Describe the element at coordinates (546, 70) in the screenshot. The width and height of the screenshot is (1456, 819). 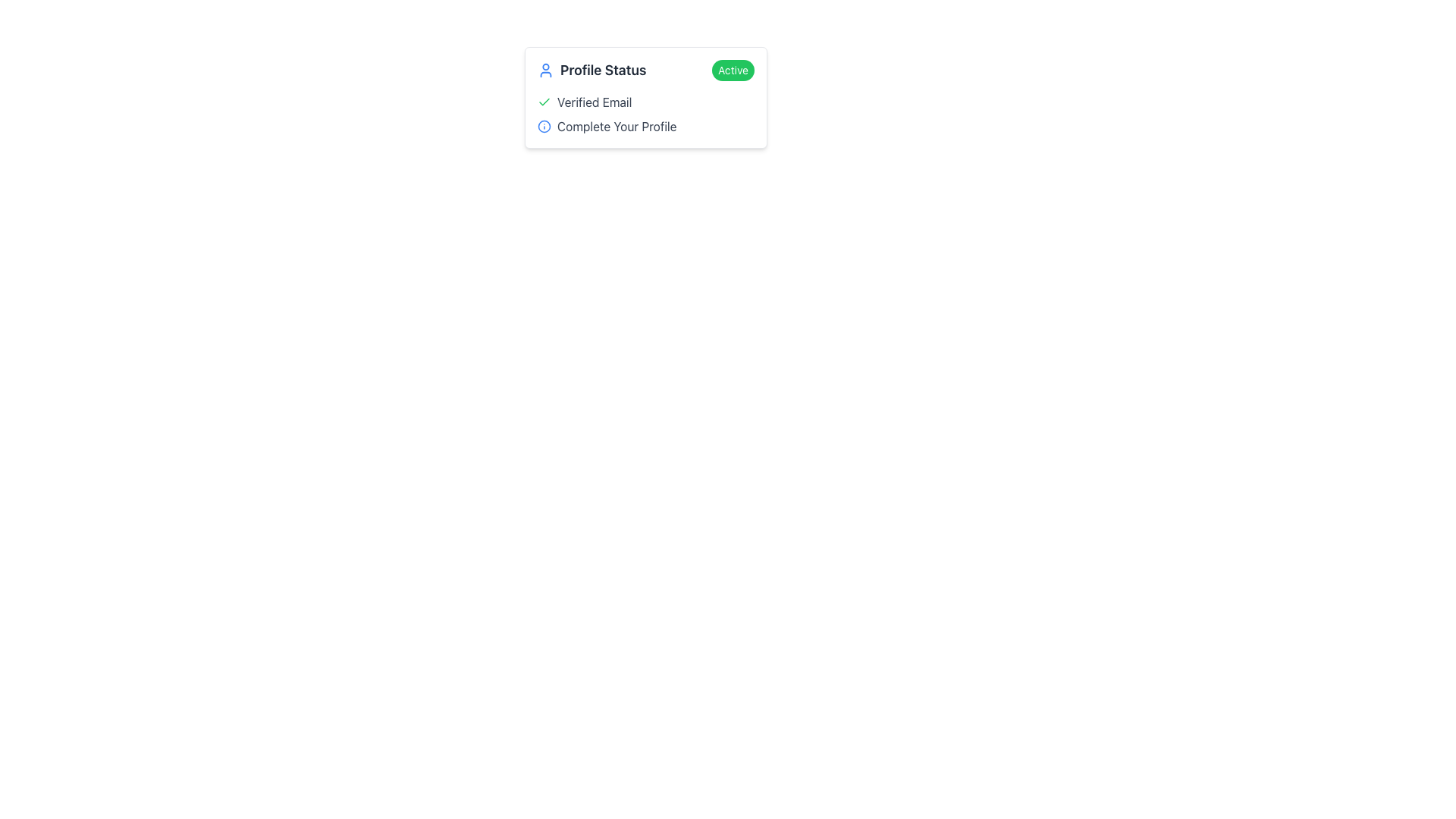
I see `the user icon styled as an outline in blue color, which is positioned to the left of the 'Profile Status' text label` at that location.